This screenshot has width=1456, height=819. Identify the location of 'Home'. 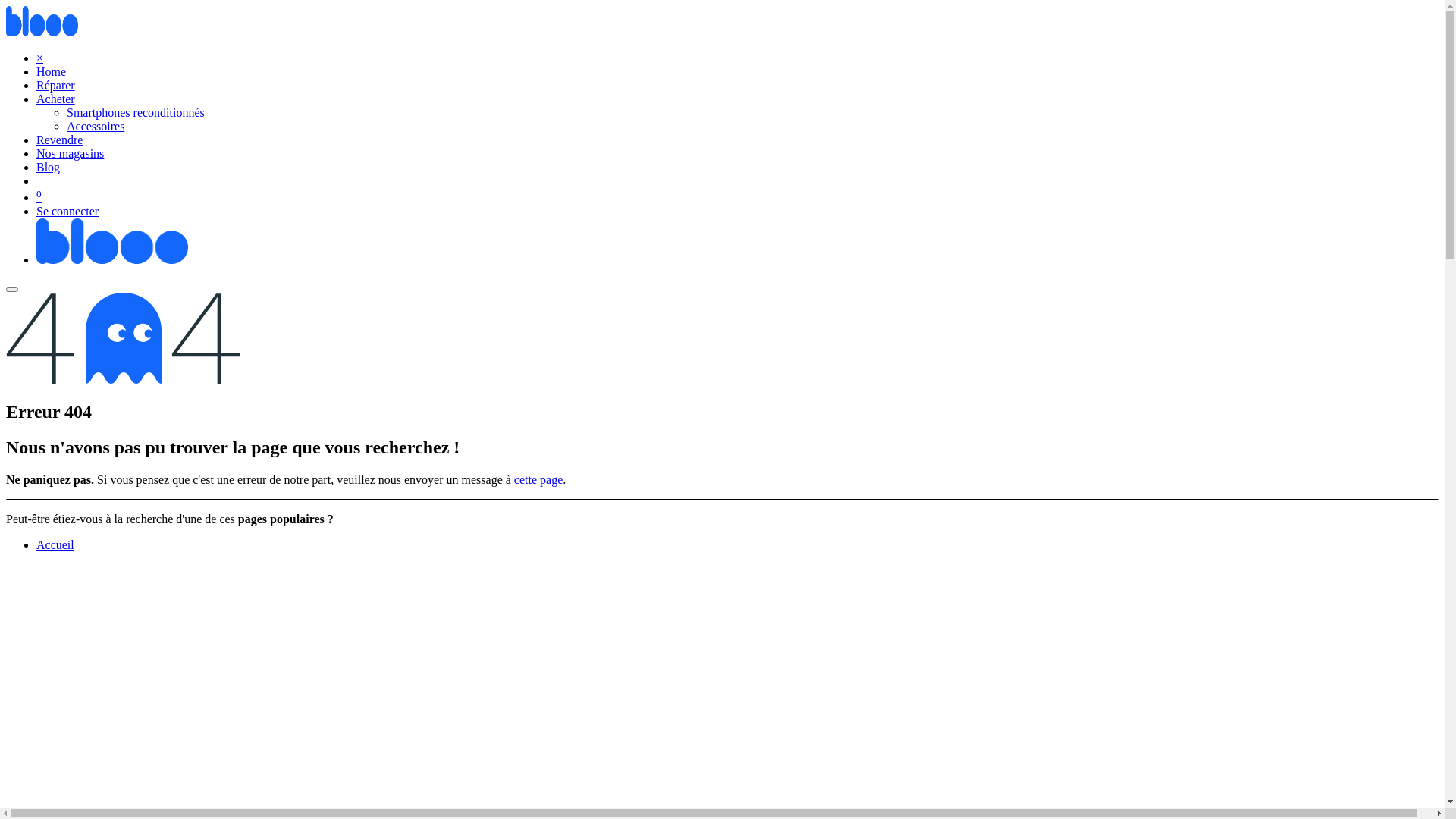
(51, 71).